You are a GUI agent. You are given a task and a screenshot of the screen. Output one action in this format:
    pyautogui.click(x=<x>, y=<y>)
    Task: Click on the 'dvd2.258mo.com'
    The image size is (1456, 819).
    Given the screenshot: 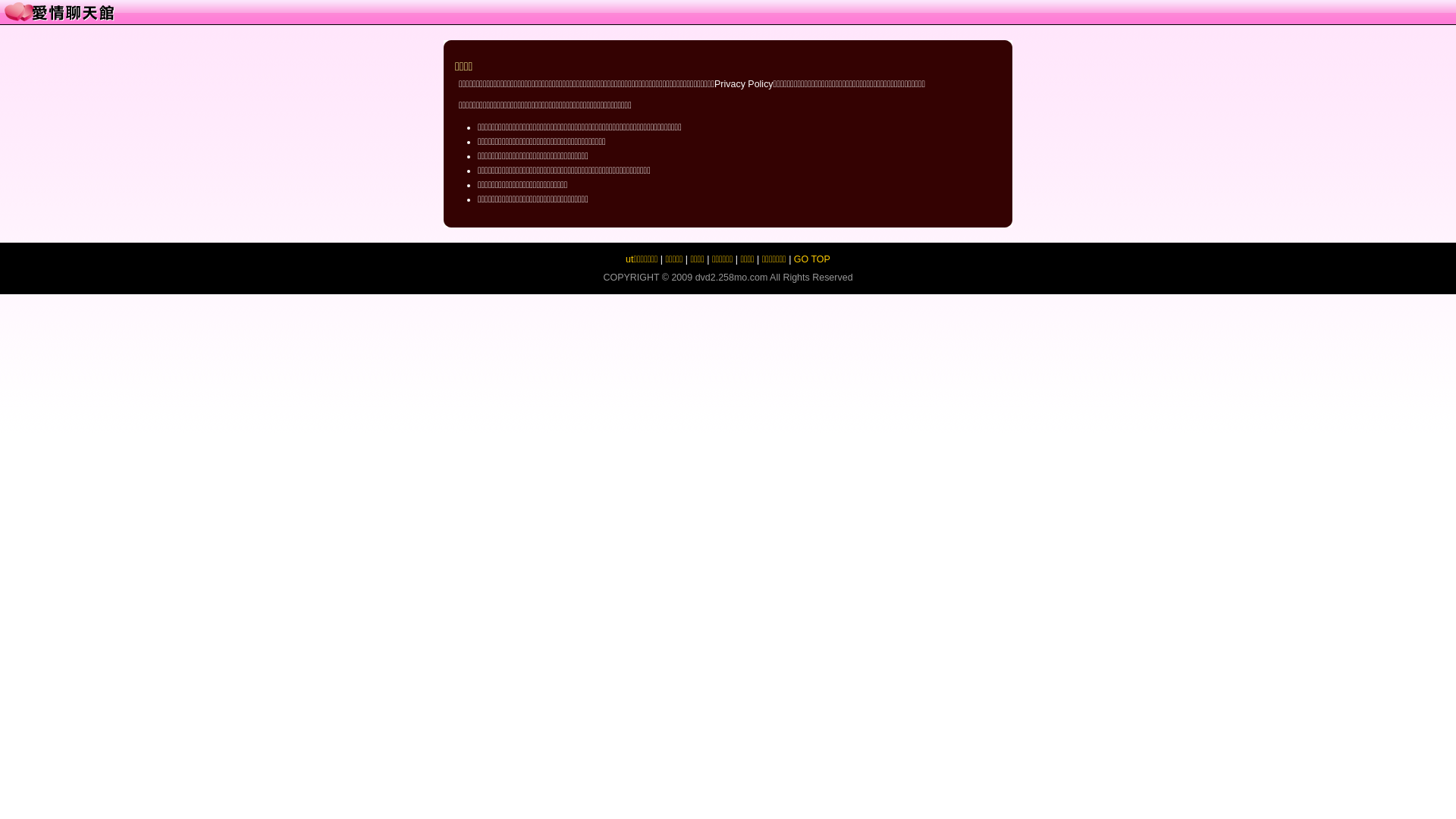 What is the action you would take?
    pyautogui.click(x=731, y=278)
    